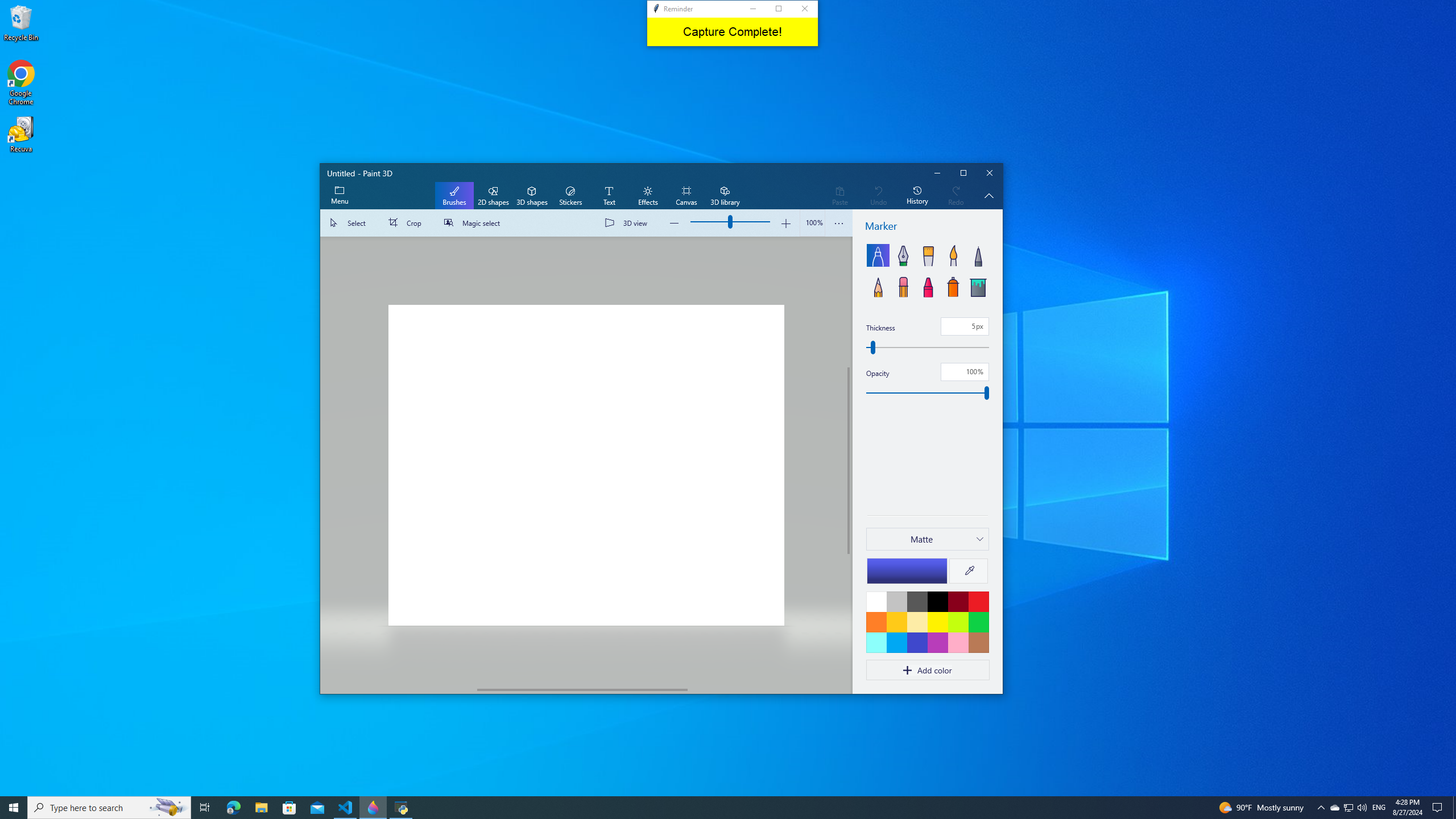 This screenshot has width=1456, height=819. What do you see at coordinates (953, 285) in the screenshot?
I see `'Spray can'` at bounding box center [953, 285].